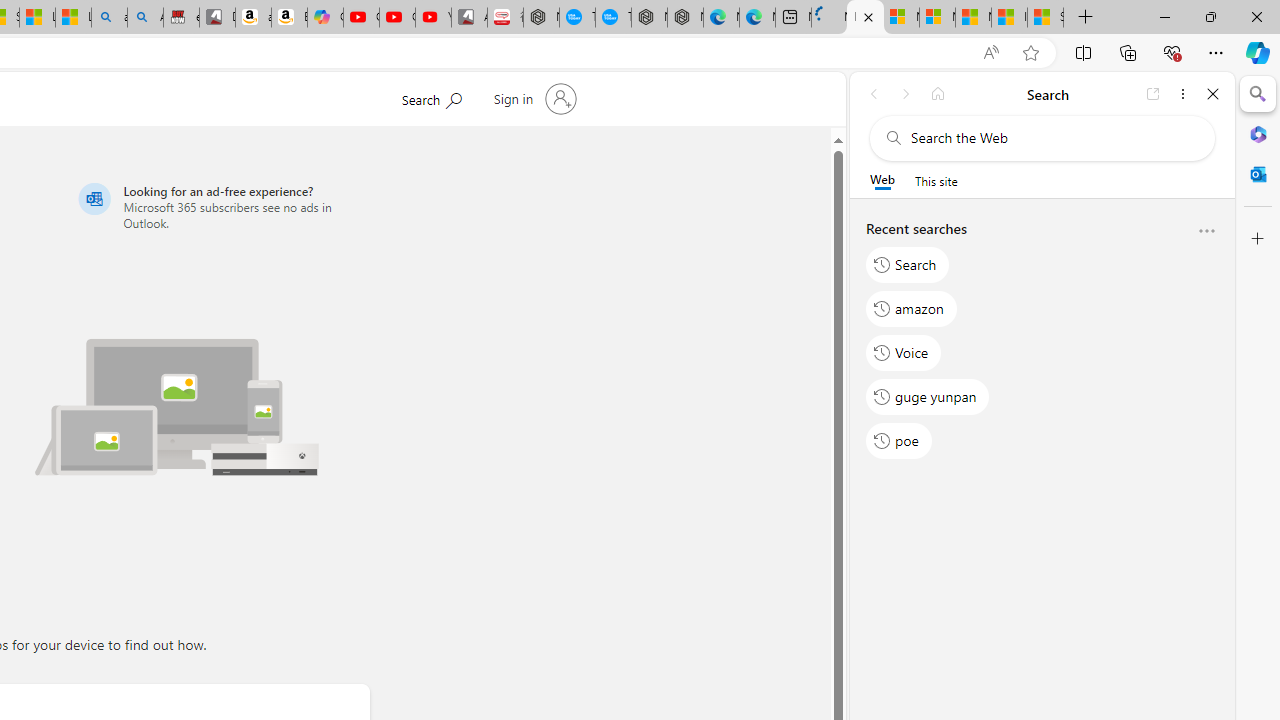 The image size is (1280, 720). Describe the element at coordinates (252, 17) in the screenshot. I see `'amazon.in/dp/B0CX59H5W7/?tag=gsmcom05-21'` at that location.